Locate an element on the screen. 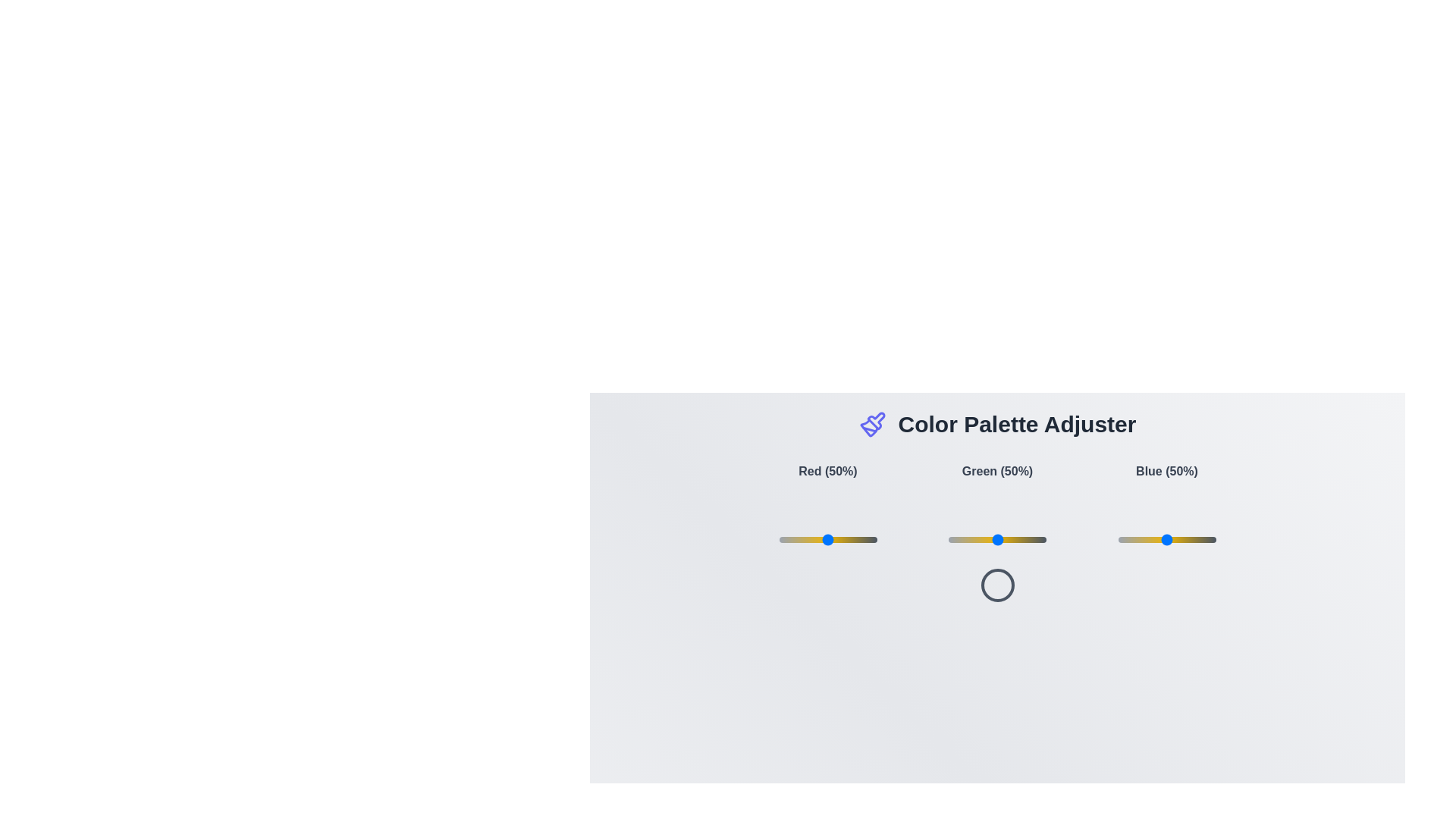 The image size is (1456, 819). the blue color slider to 62% is located at coordinates (1178, 539).